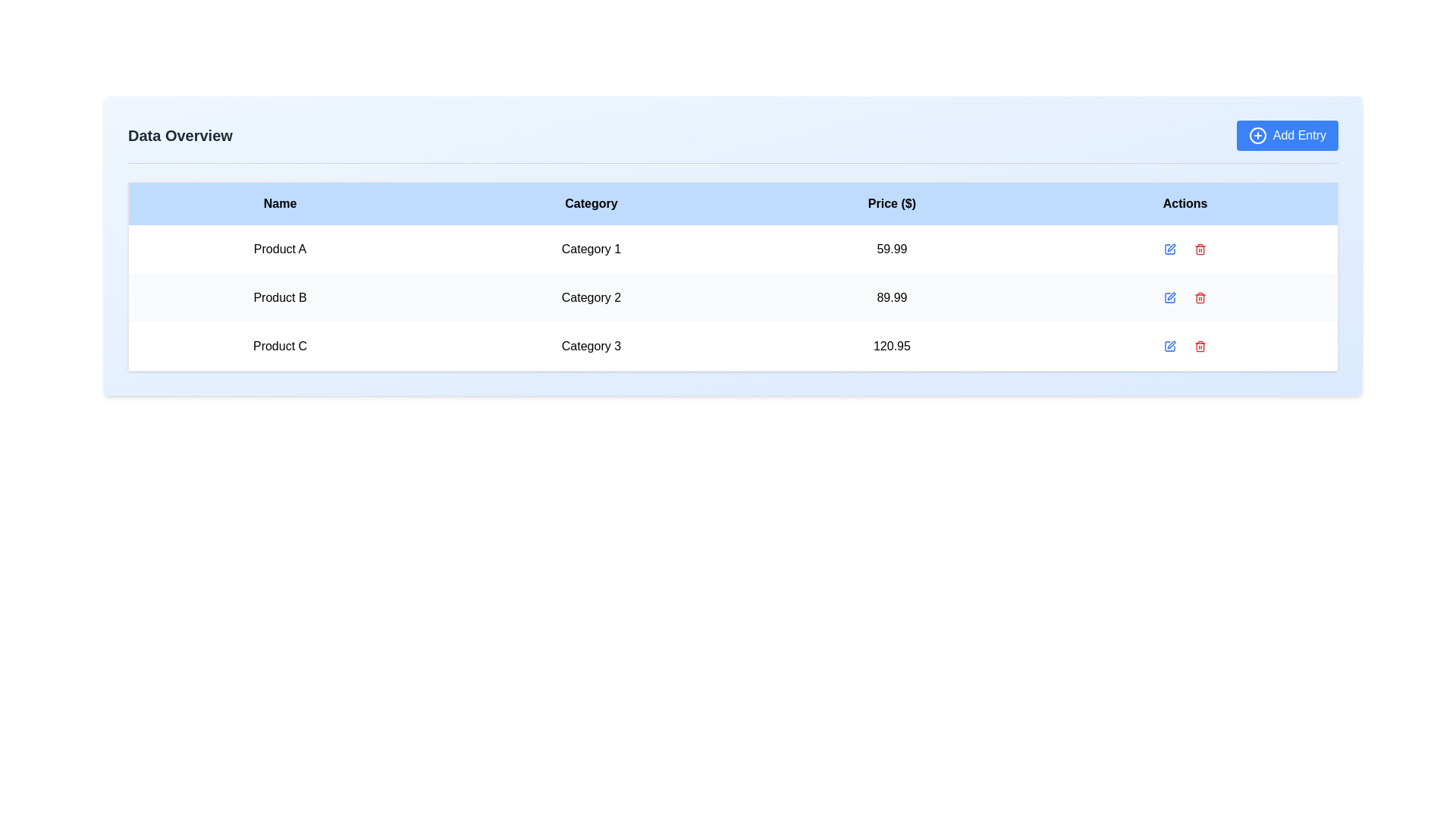 The height and width of the screenshot is (819, 1456). What do you see at coordinates (1169, 346) in the screenshot?
I see `the outline square graphic icon located in the 'Actions' column of the data table` at bounding box center [1169, 346].